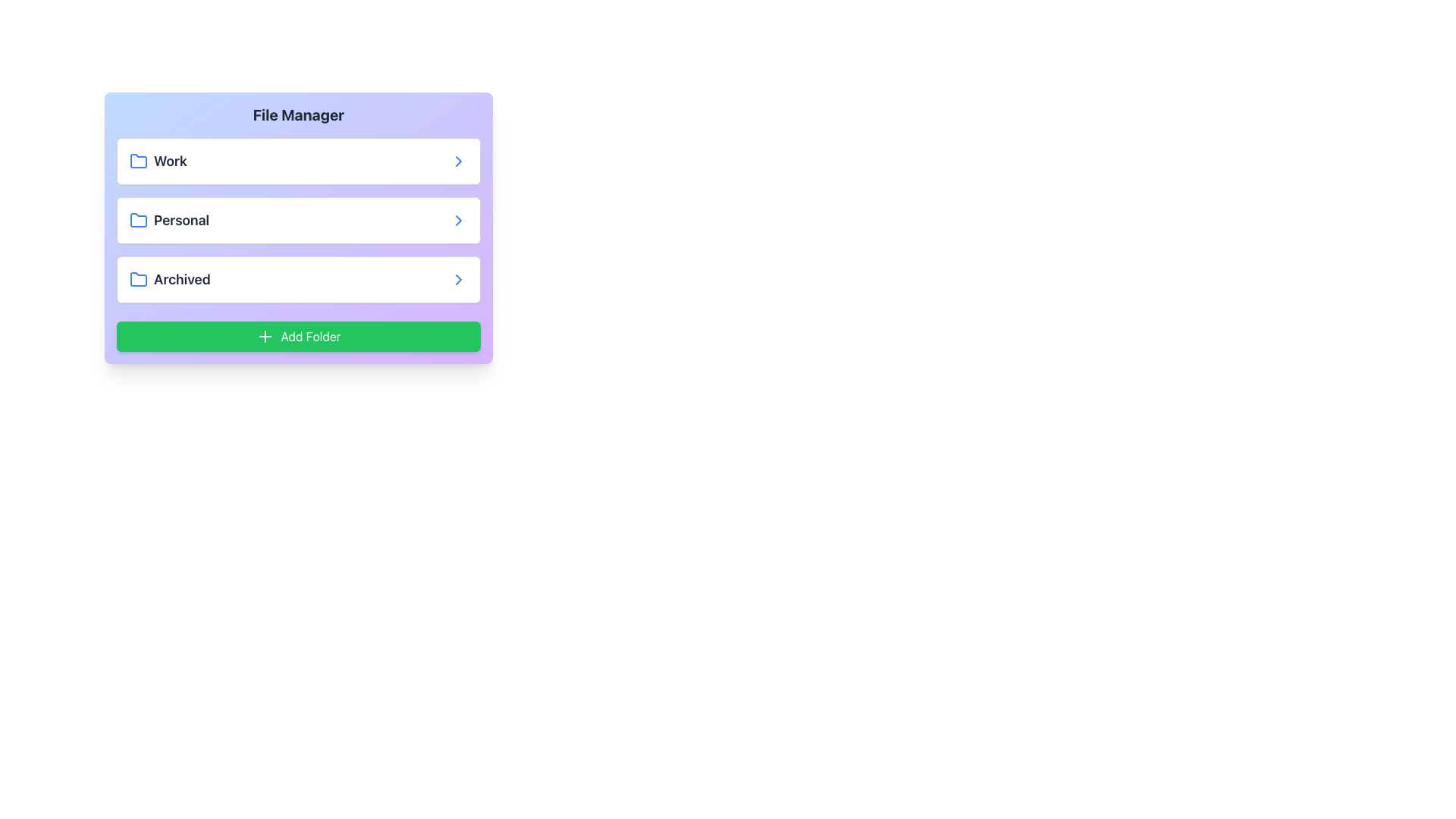  I want to click on the 'Personal' Text Label with Icon located in the second row of the 'File Manager' interface, so click(169, 220).